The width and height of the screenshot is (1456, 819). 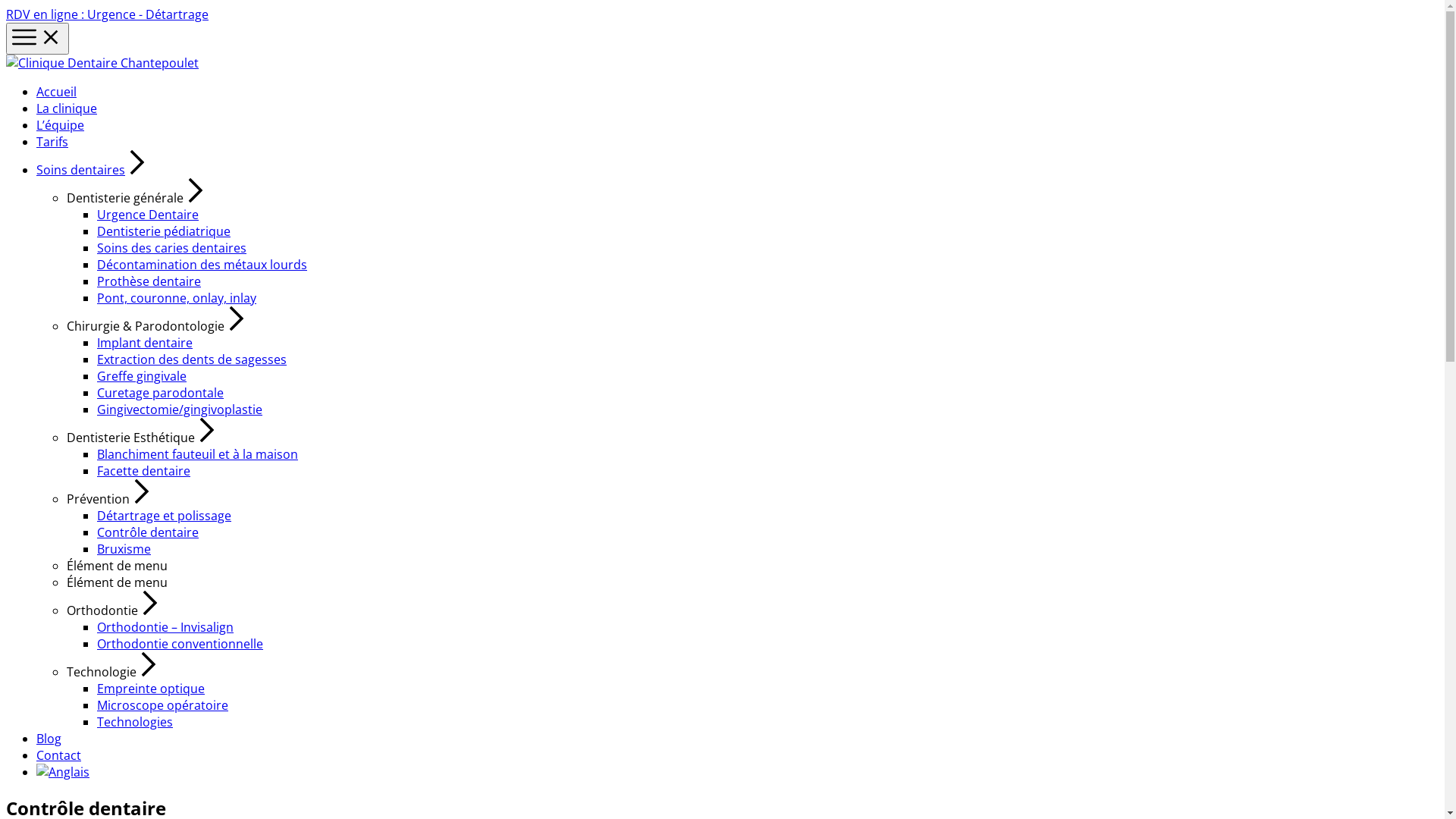 I want to click on 'Soins dentaires', so click(x=92, y=169).